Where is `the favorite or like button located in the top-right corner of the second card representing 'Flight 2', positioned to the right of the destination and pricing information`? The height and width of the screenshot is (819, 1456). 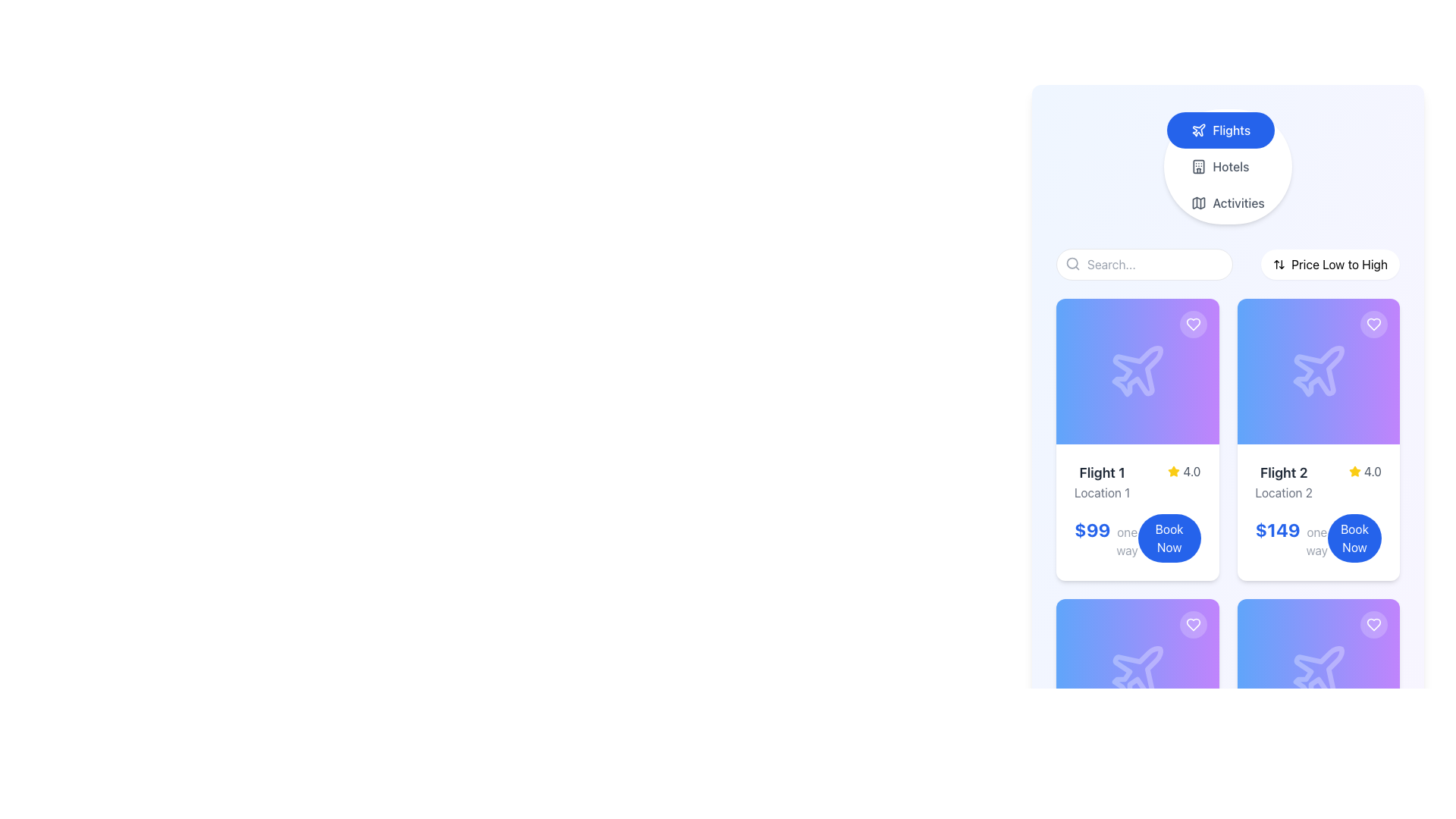
the favorite or like button located in the top-right corner of the second card representing 'Flight 2', positioned to the right of the destination and pricing information is located at coordinates (1373, 324).